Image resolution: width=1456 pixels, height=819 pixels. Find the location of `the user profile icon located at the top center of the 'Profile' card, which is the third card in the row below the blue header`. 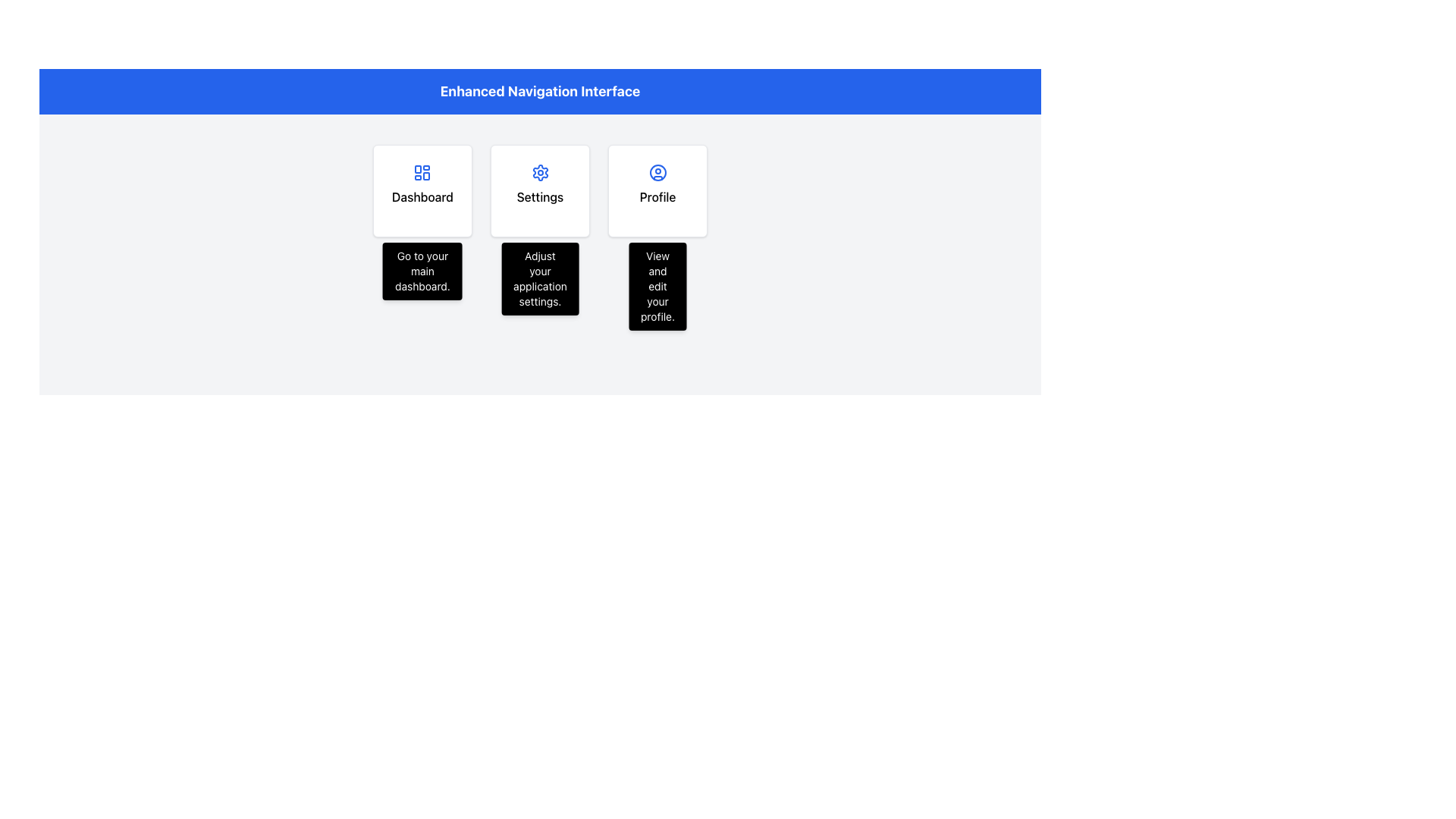

the user profile icon located at the top center of the 'Profile' card, which is the third card in the row below the blue header is located at coordinates (657, 171).